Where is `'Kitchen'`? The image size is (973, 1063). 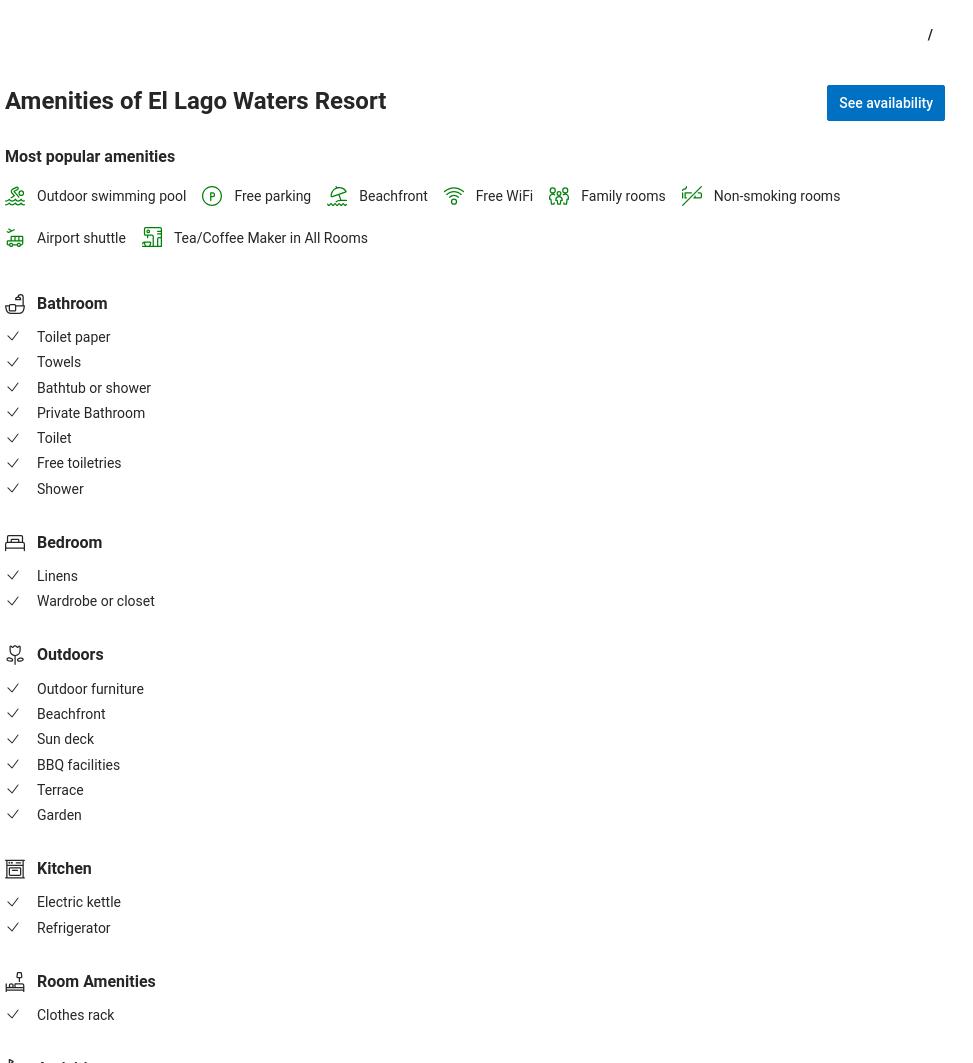 'Kitchen' is located at coordinates (64, 867).